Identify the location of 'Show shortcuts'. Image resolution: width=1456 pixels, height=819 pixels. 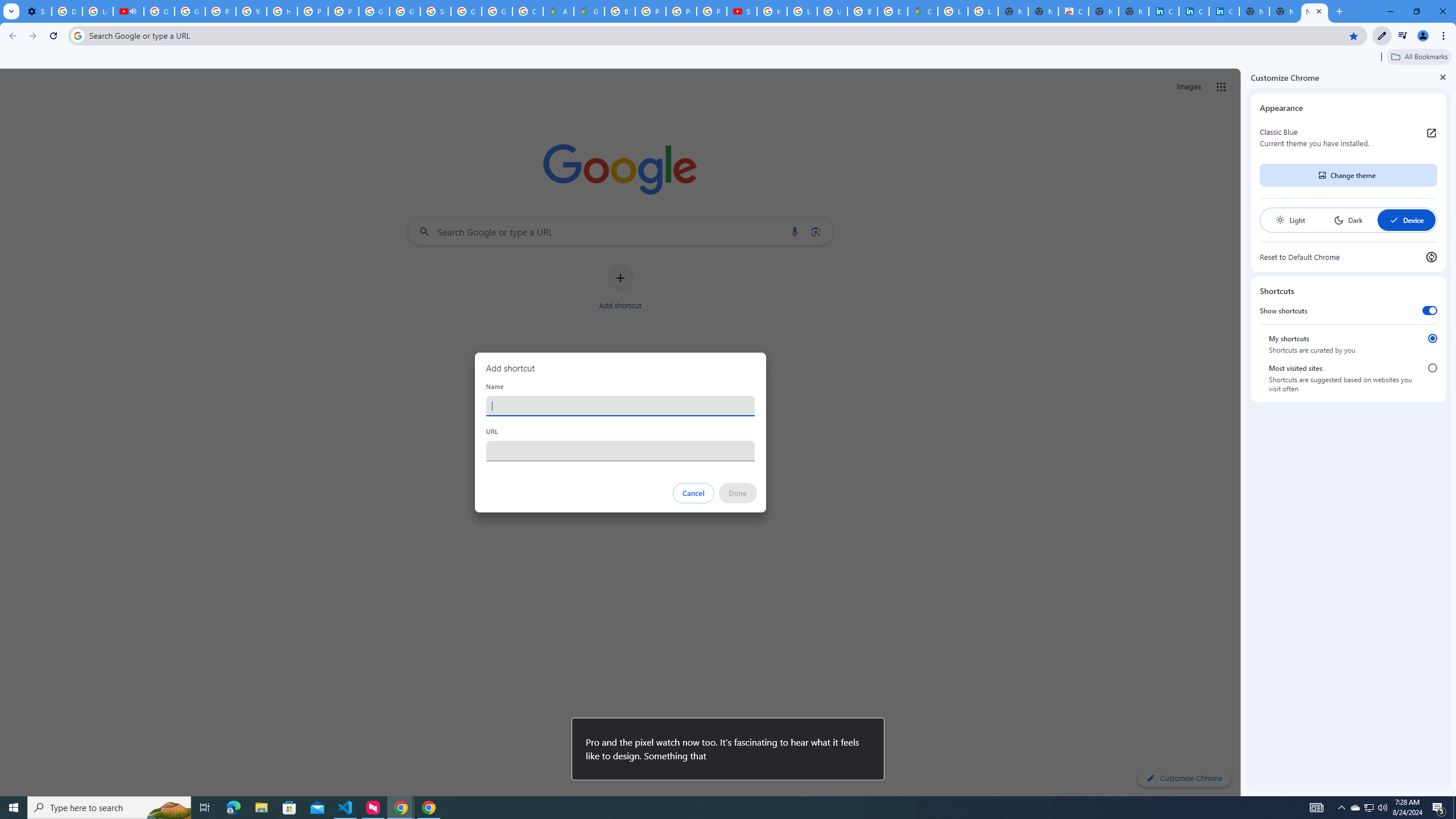
(1429, 310).